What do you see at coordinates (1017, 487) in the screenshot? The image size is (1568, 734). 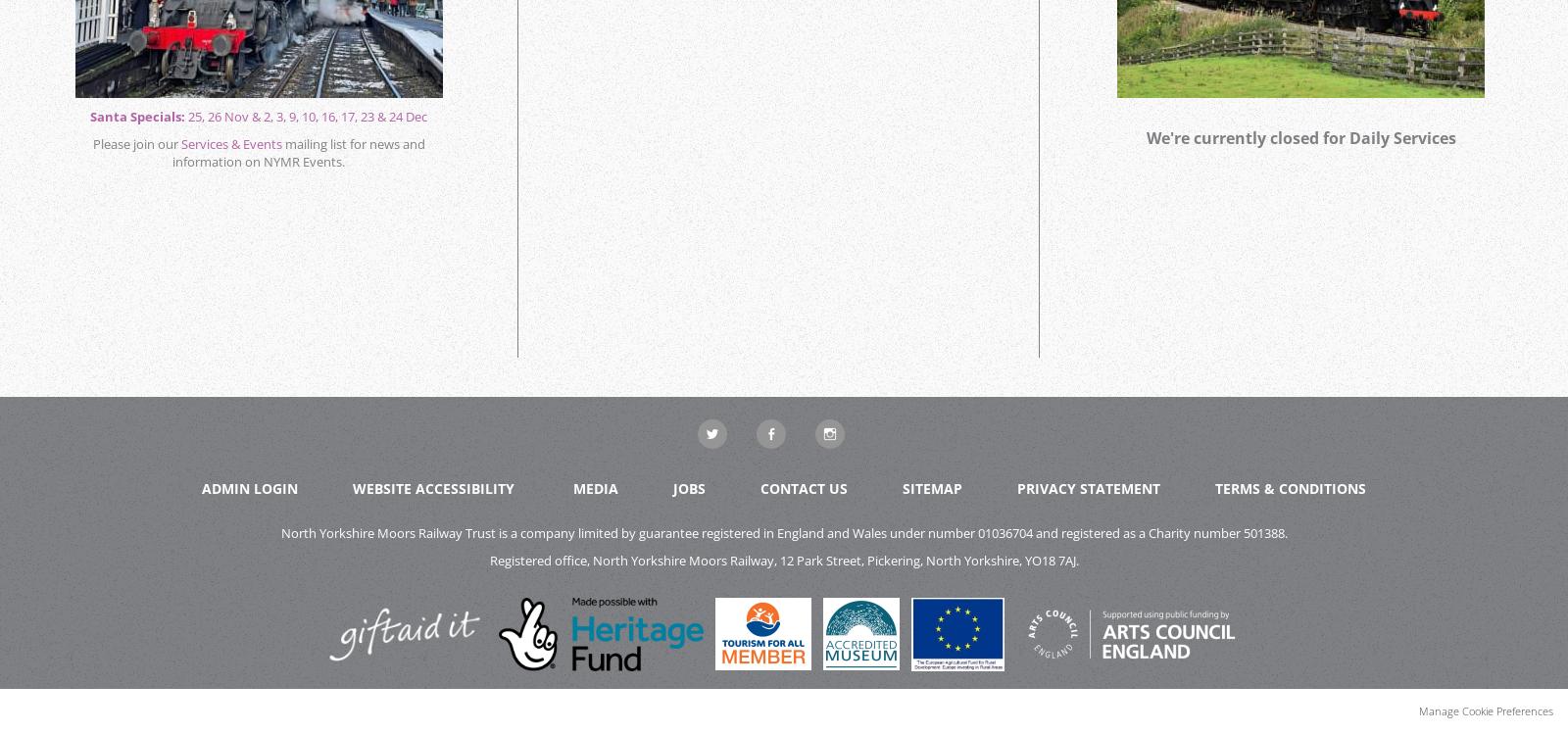 I see `'Privacy Statement'` at bounding box center [1017, 487].